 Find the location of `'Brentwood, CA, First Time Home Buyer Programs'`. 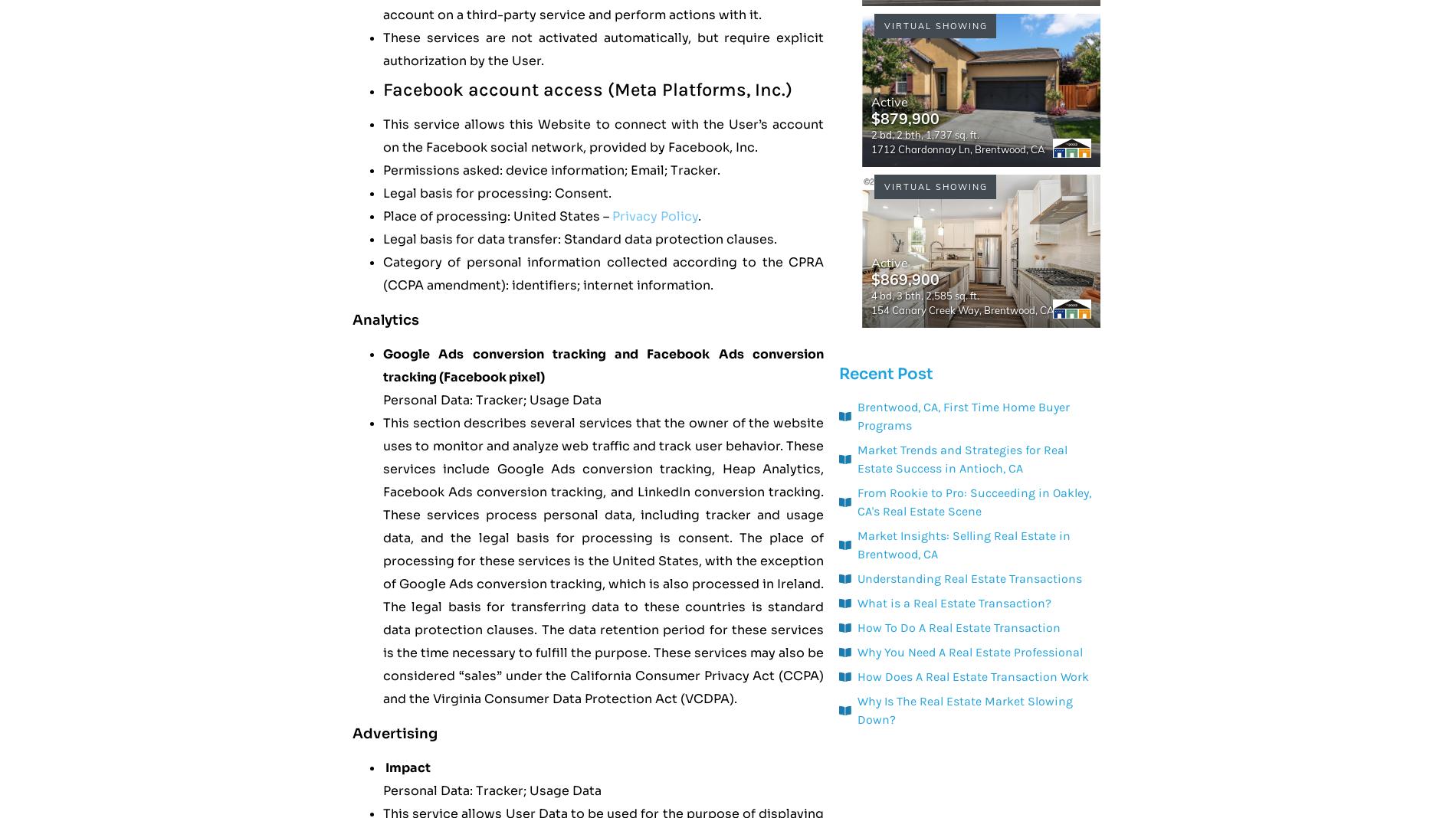

'Brentwood, CA, First Time Home Buyer Programs' is located at coordinates (962, 414).